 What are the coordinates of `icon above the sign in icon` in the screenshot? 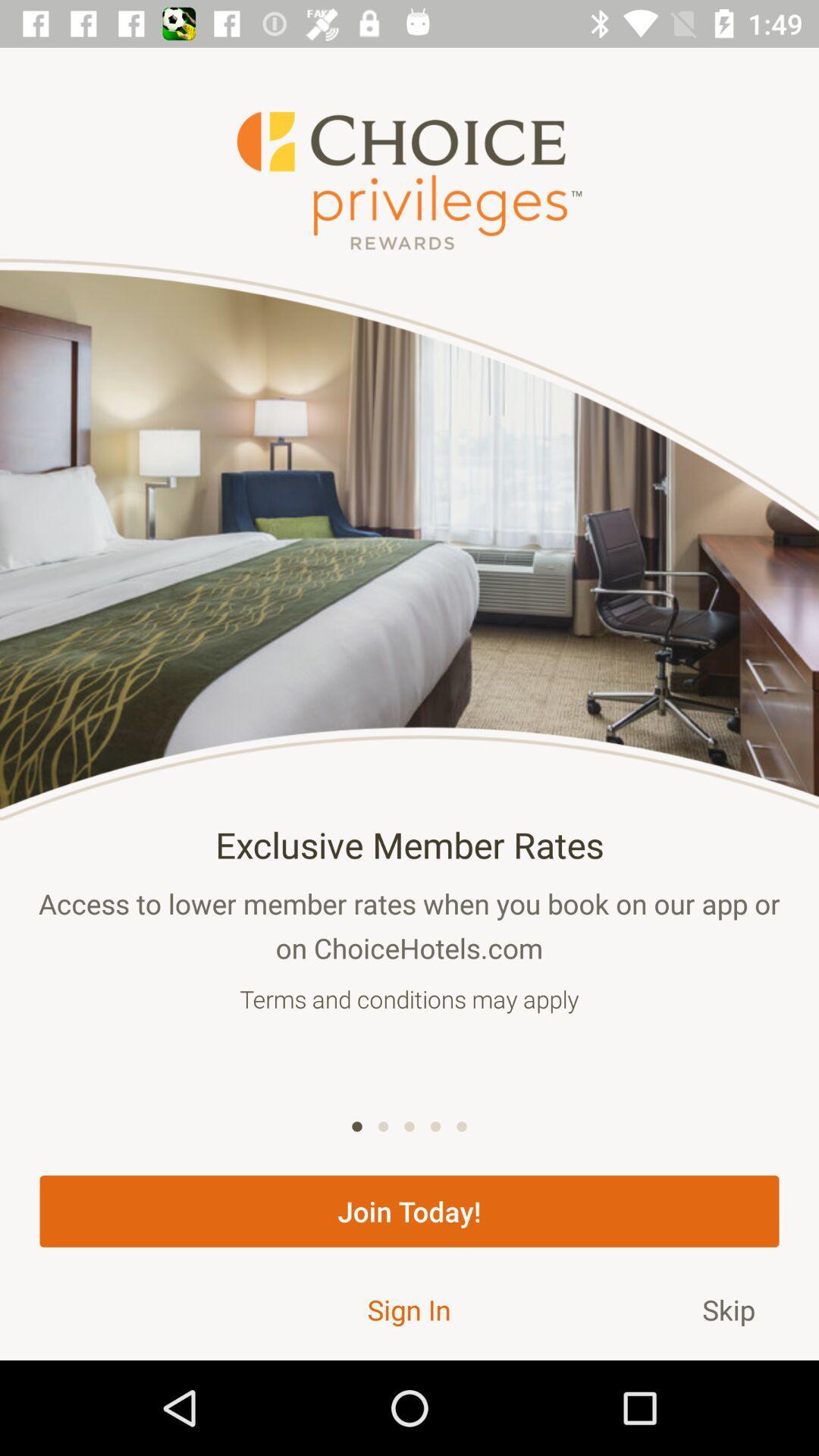 It's located at (409, 1210).